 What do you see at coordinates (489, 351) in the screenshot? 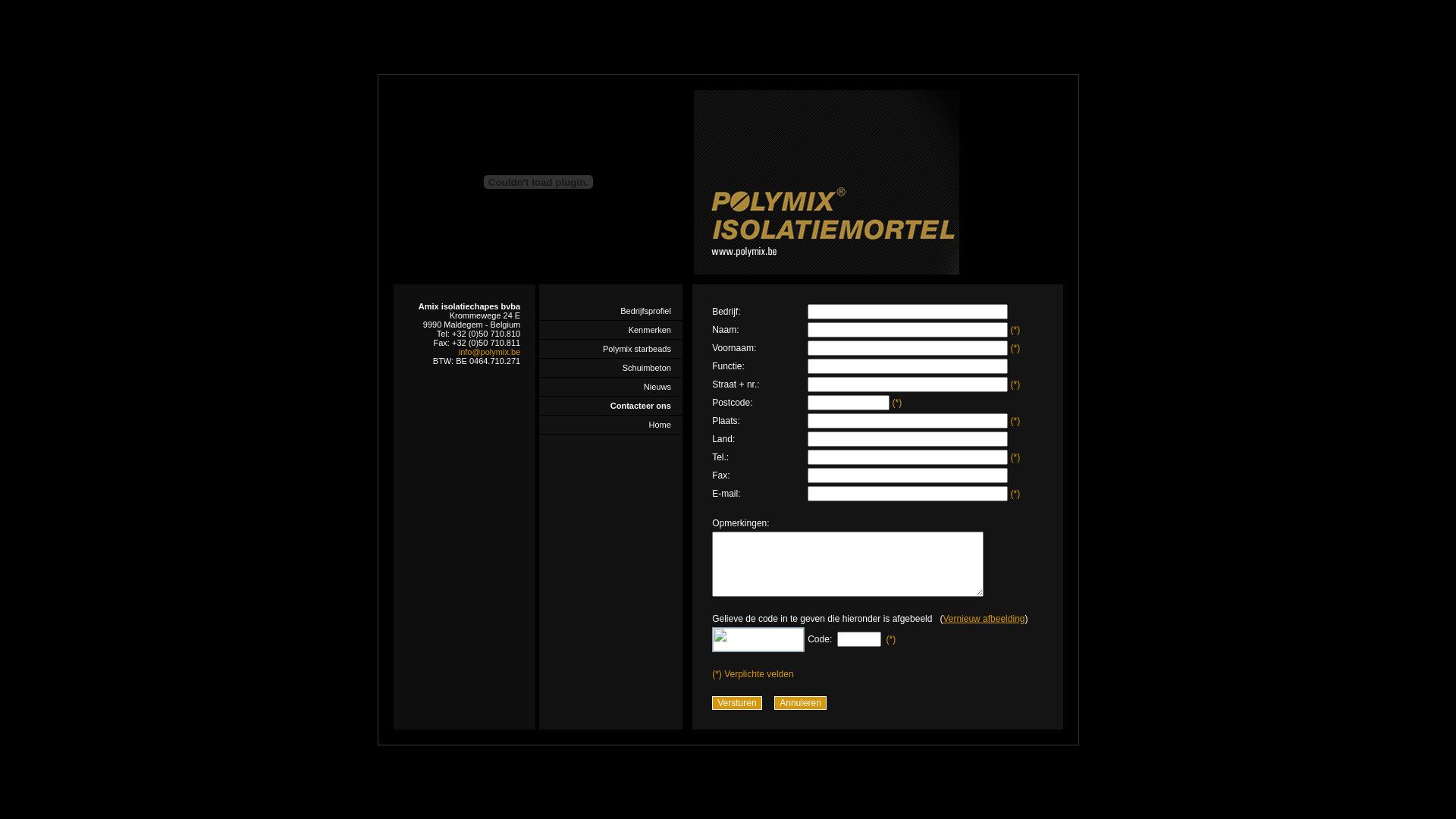
I see `'info@polymix.be'` at bounding box center [489, 351].